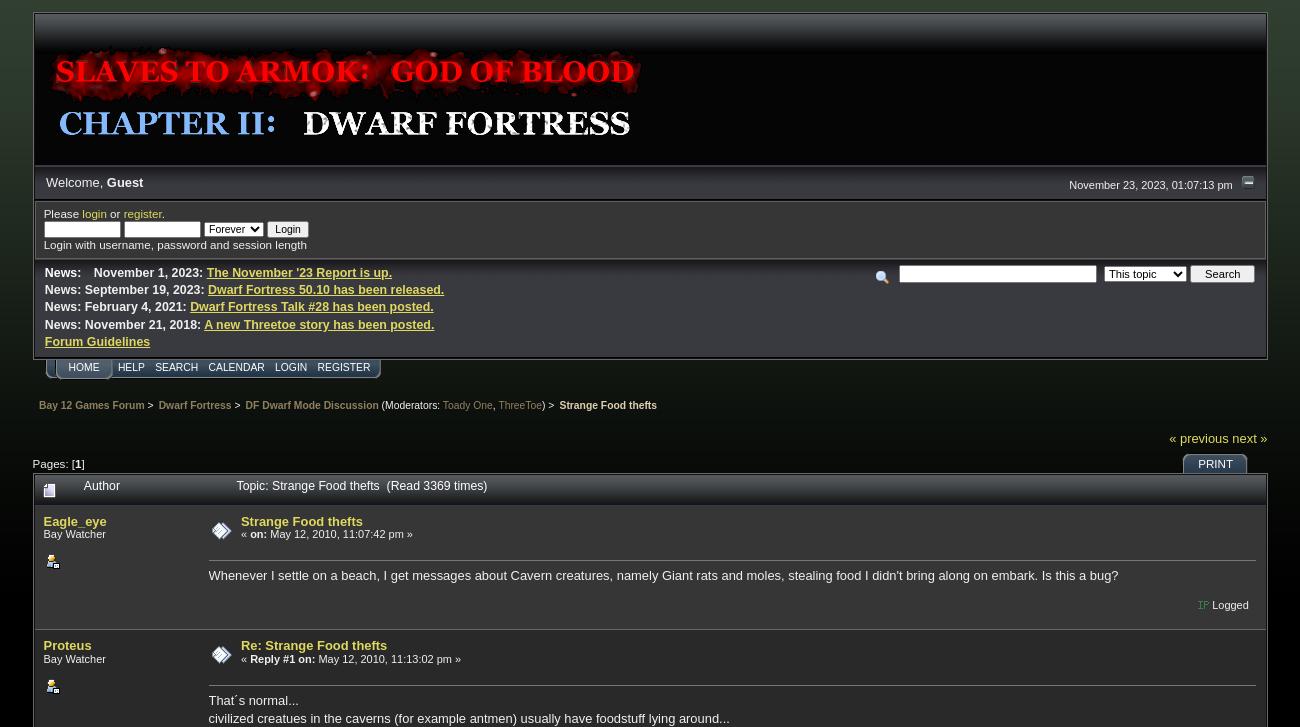 The image size is (1300, 727). Describe the element at coordinates (1249, 436) in the screenshot. I see `'next »'` at that location.